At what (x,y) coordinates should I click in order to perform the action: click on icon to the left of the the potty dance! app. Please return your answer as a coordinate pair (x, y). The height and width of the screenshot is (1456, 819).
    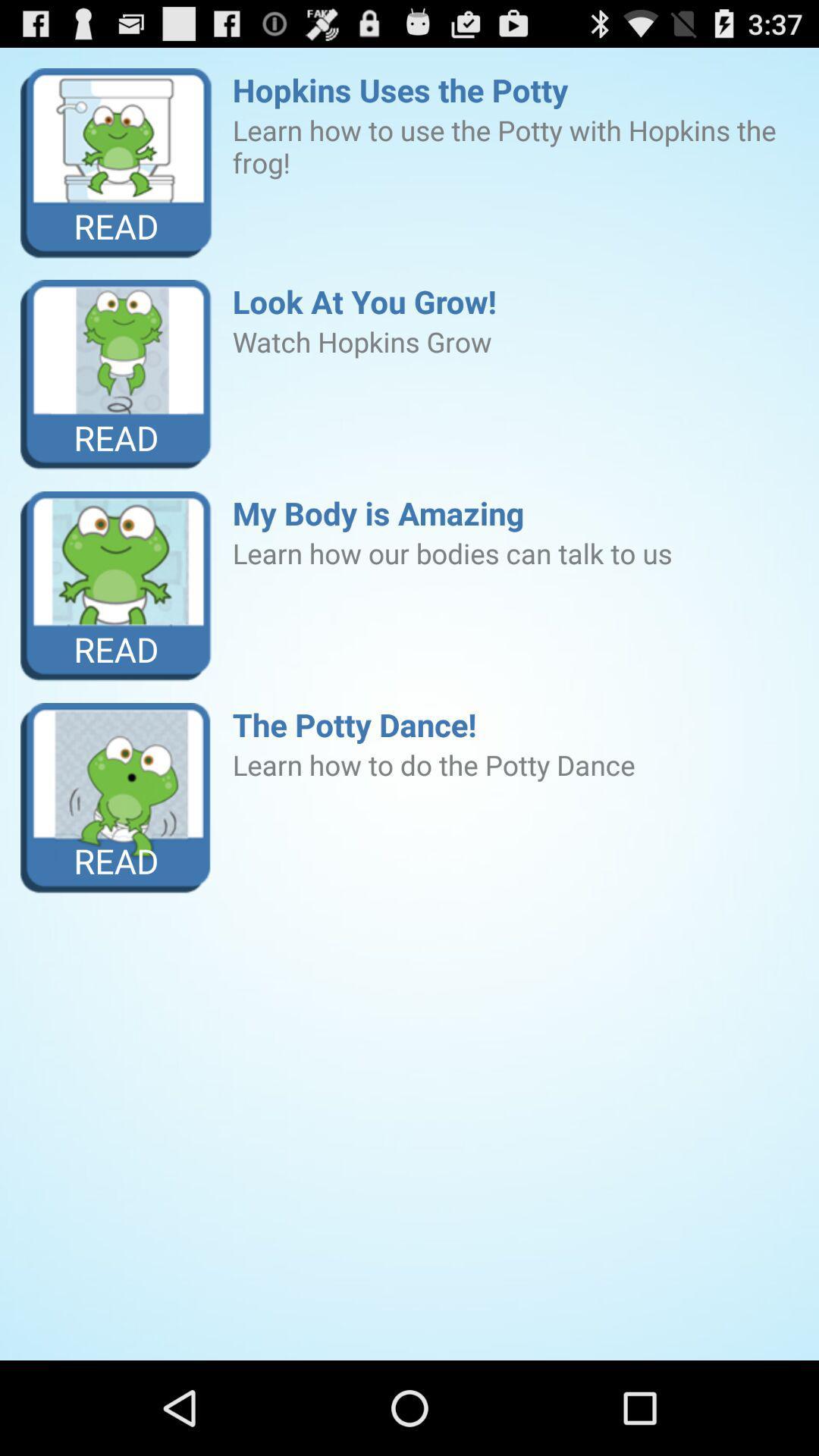
    Looking at the image, I should click on (115, 797).